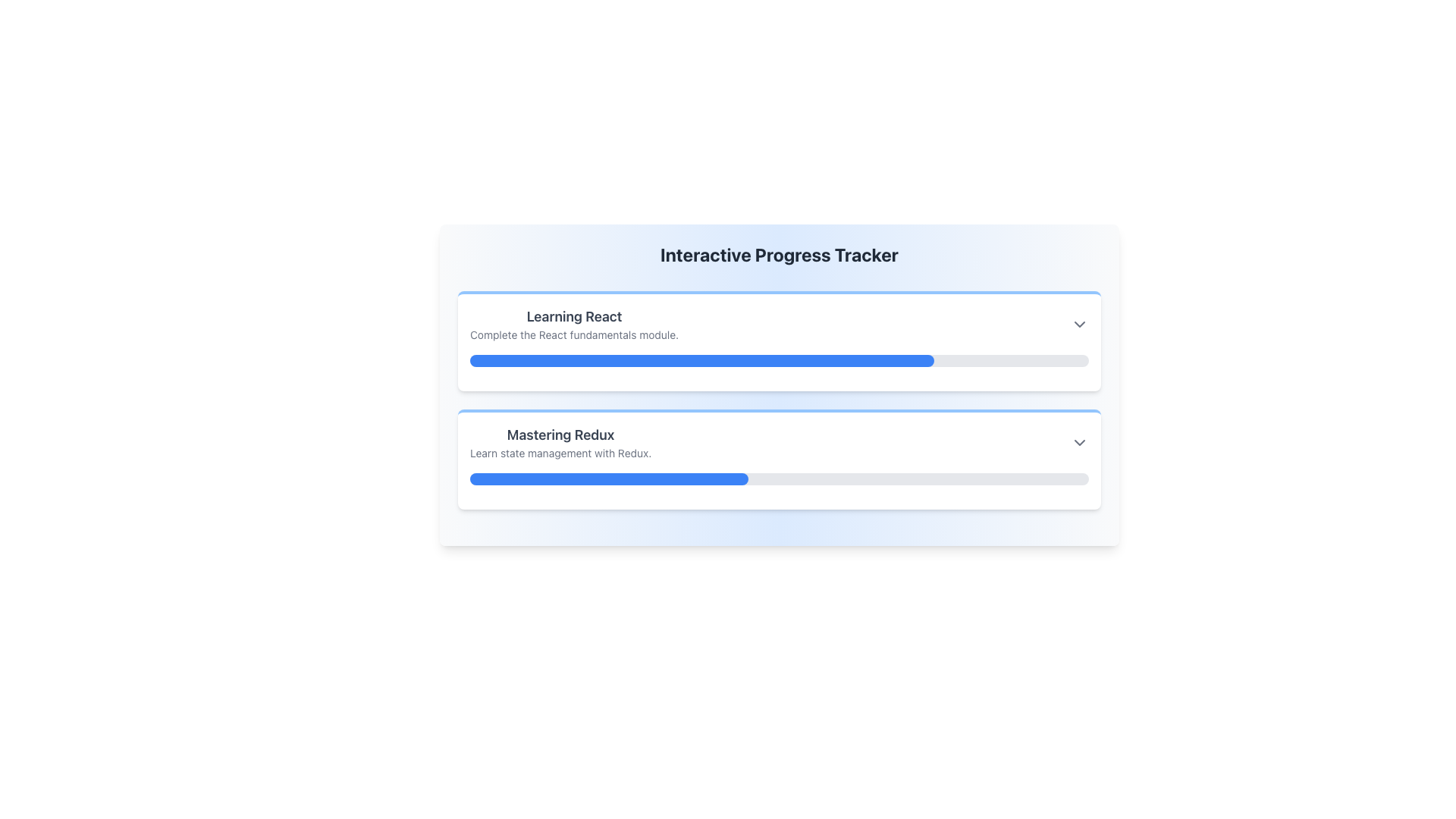  What do you see at coordinates (779, 360) in the screenshot?
I see `the progress bar representing a 75% completion status of the React fundamentals module, located at the bottom of the card titled 'Learning React'` at bounding box center [779, 360].